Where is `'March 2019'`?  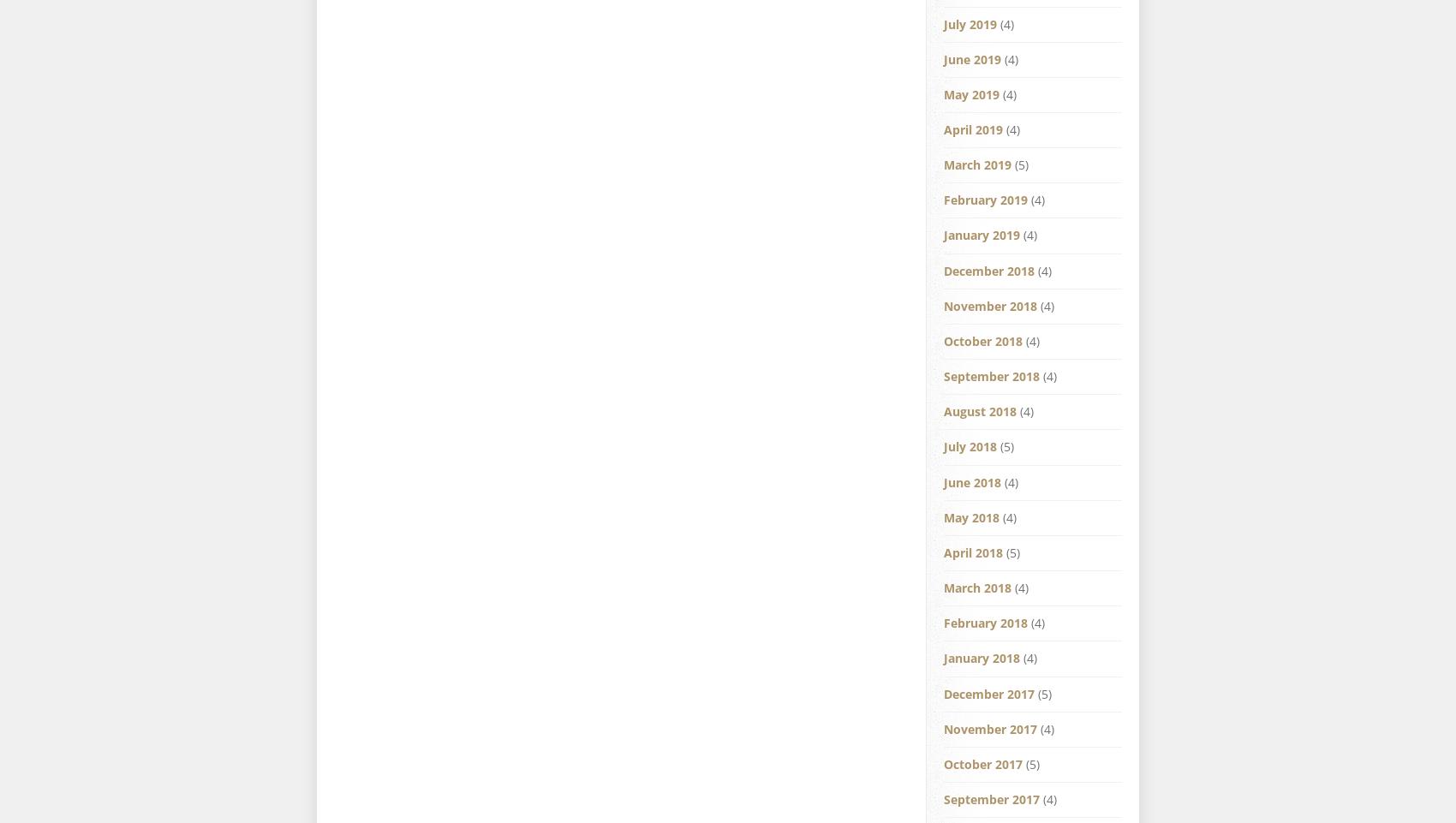 'March 2019' is located at coordinates (977, 164).